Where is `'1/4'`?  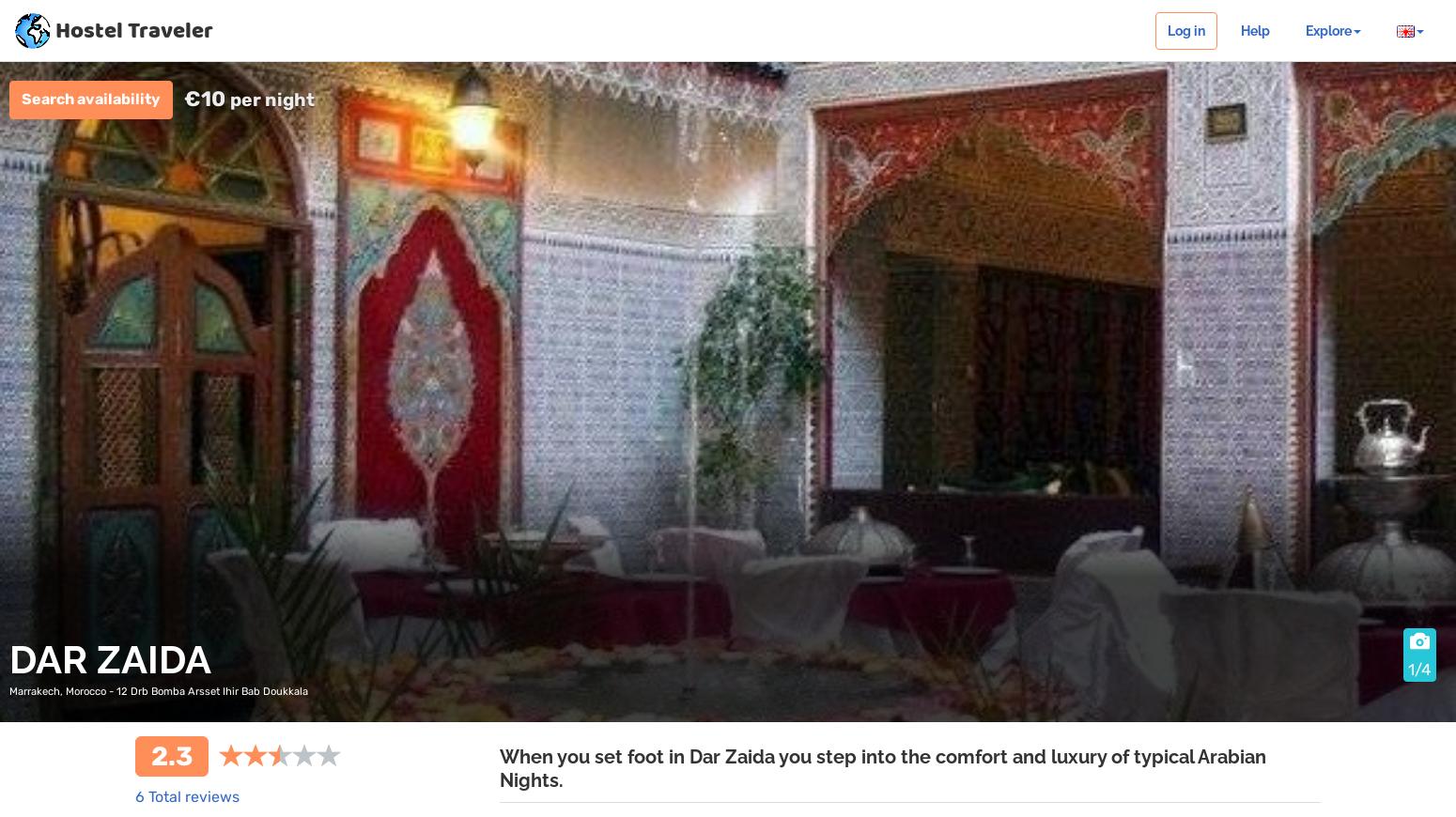 '1/4' is located at coordinates (1407, 669).